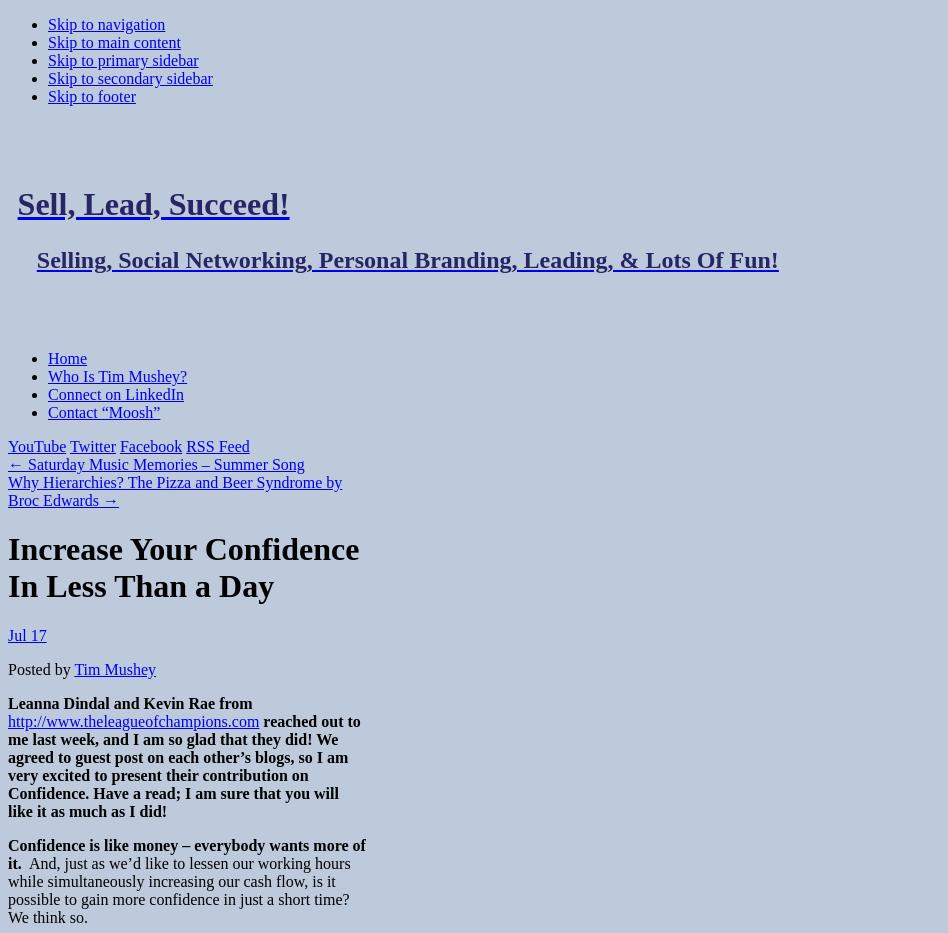 This screenshot has height=933, width=948. What do you see at coordinates (27, 633) in the screenshot?
I see `'Jul 17'` at bounding box center [27, 633].